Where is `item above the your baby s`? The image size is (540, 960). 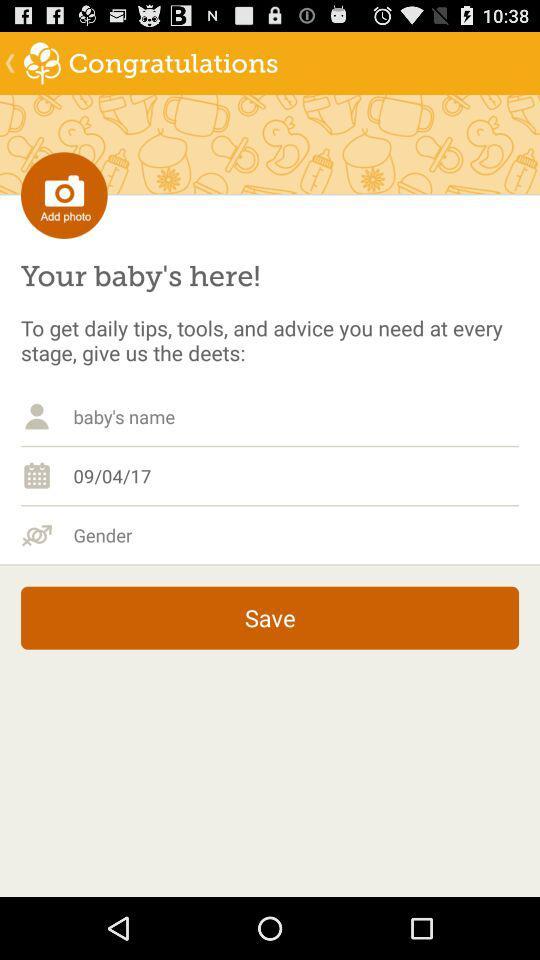 item above the your baby s is located at coordinates (64, 195).